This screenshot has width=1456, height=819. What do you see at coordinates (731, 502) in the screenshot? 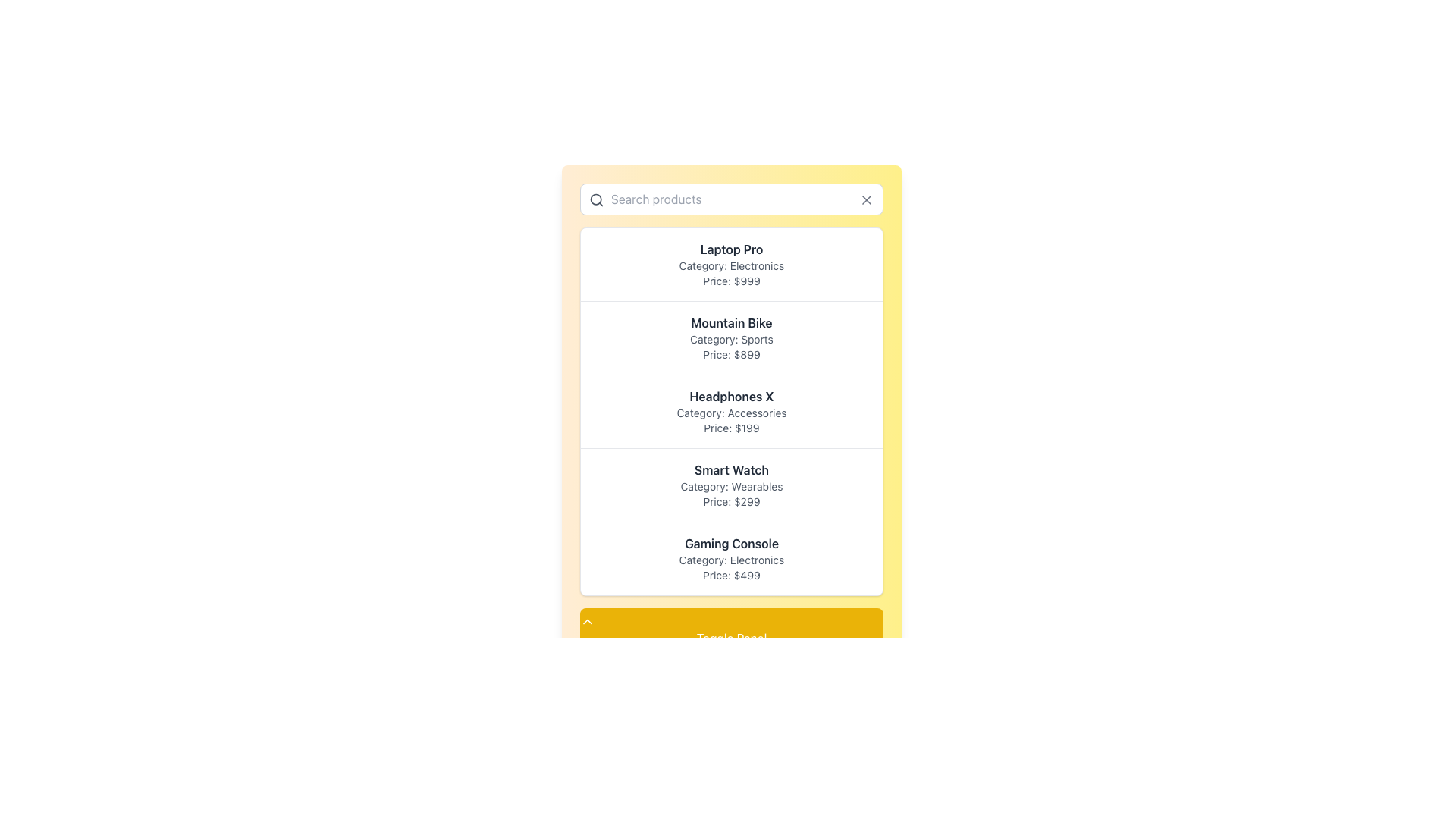
I see `the text component displaying 'Price: $299', which is located below the 'Category: Wearables' text in the product details of the 'Smart Watch'` at bounding box center [731, 502].